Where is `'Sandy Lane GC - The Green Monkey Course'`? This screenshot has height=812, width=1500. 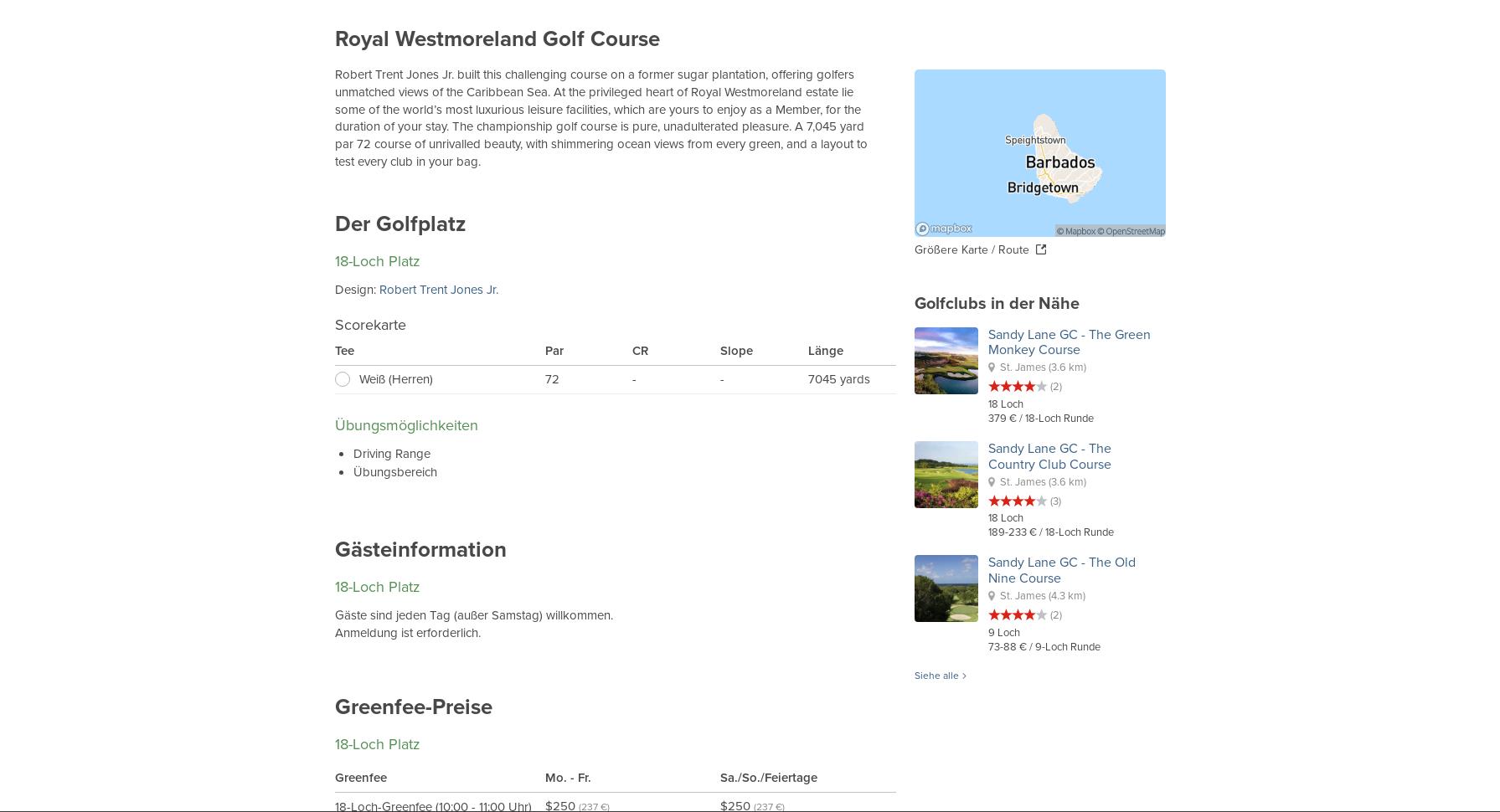
'Sandy Lane GC - The Green Monkey Course' is located at coordinates (1068, 341).